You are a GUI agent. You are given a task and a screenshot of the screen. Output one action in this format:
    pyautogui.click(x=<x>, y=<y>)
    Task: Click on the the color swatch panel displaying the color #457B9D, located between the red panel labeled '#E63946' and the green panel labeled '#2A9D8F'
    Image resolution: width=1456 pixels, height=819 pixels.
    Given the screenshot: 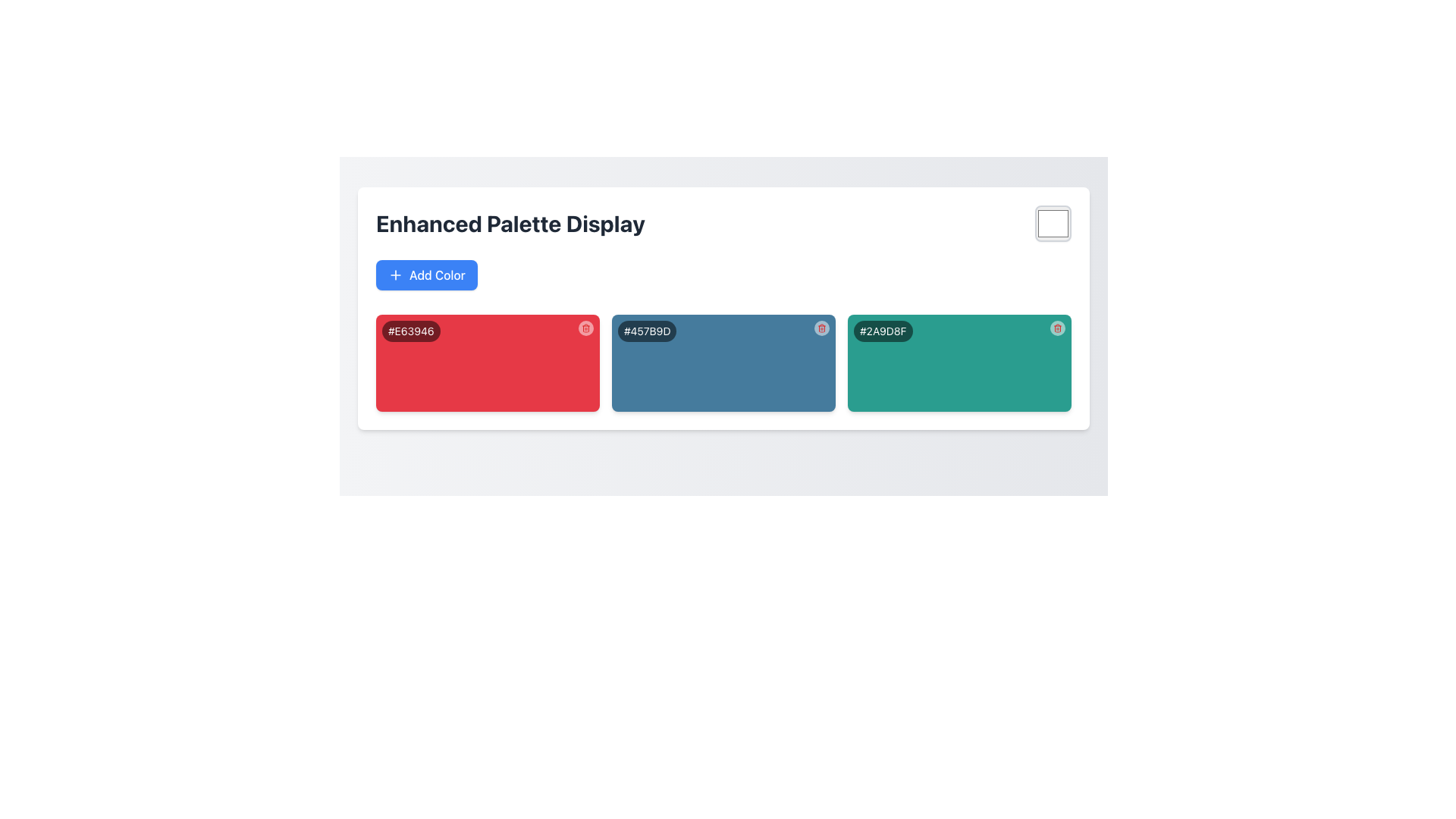 What is the action you would take?
    pyautogui.click(x=723, y=362)
    